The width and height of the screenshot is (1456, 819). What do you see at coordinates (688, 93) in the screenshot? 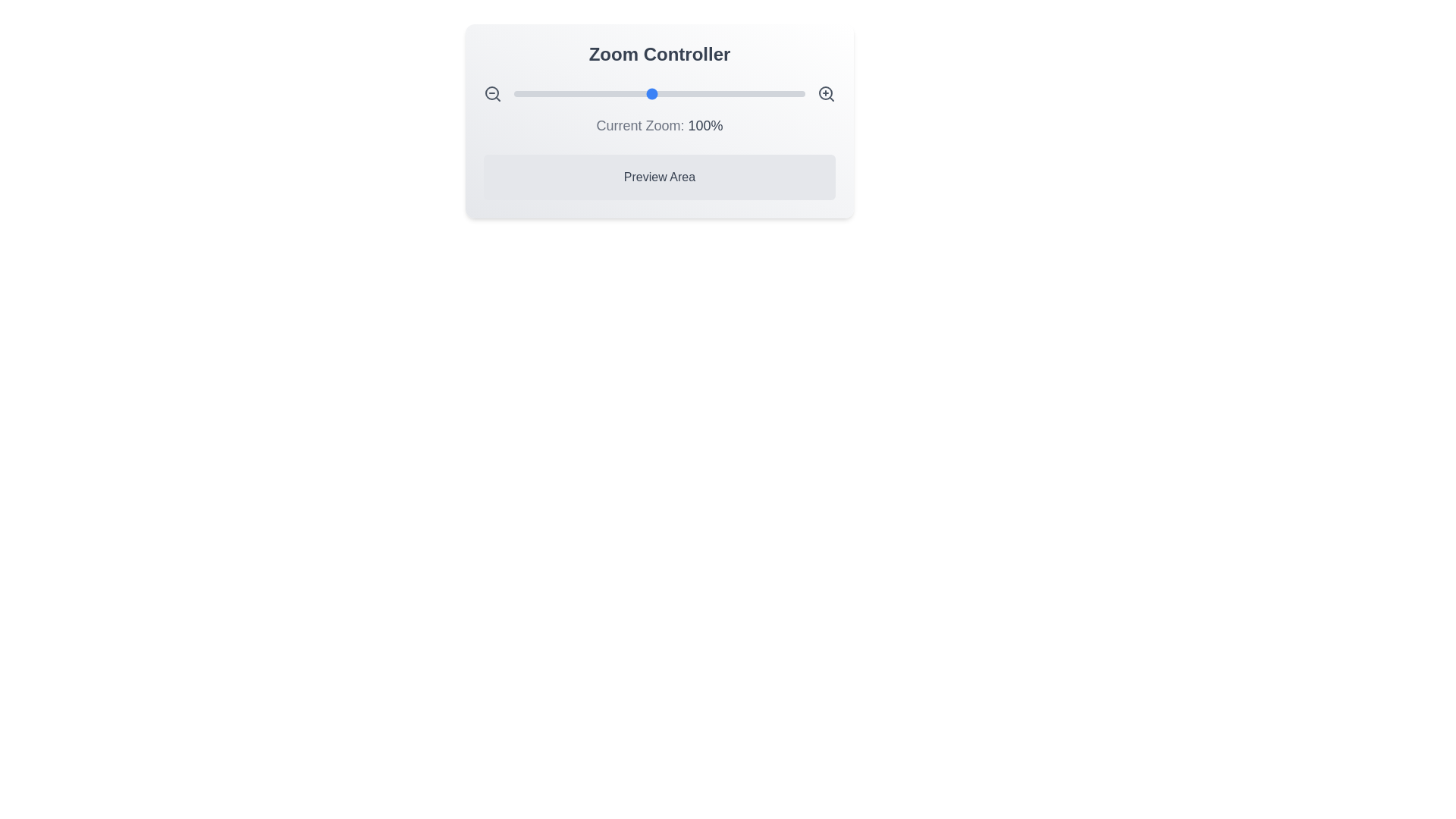
I see `the zoom level to 124% using the slider` at bounding box center [688, 93].